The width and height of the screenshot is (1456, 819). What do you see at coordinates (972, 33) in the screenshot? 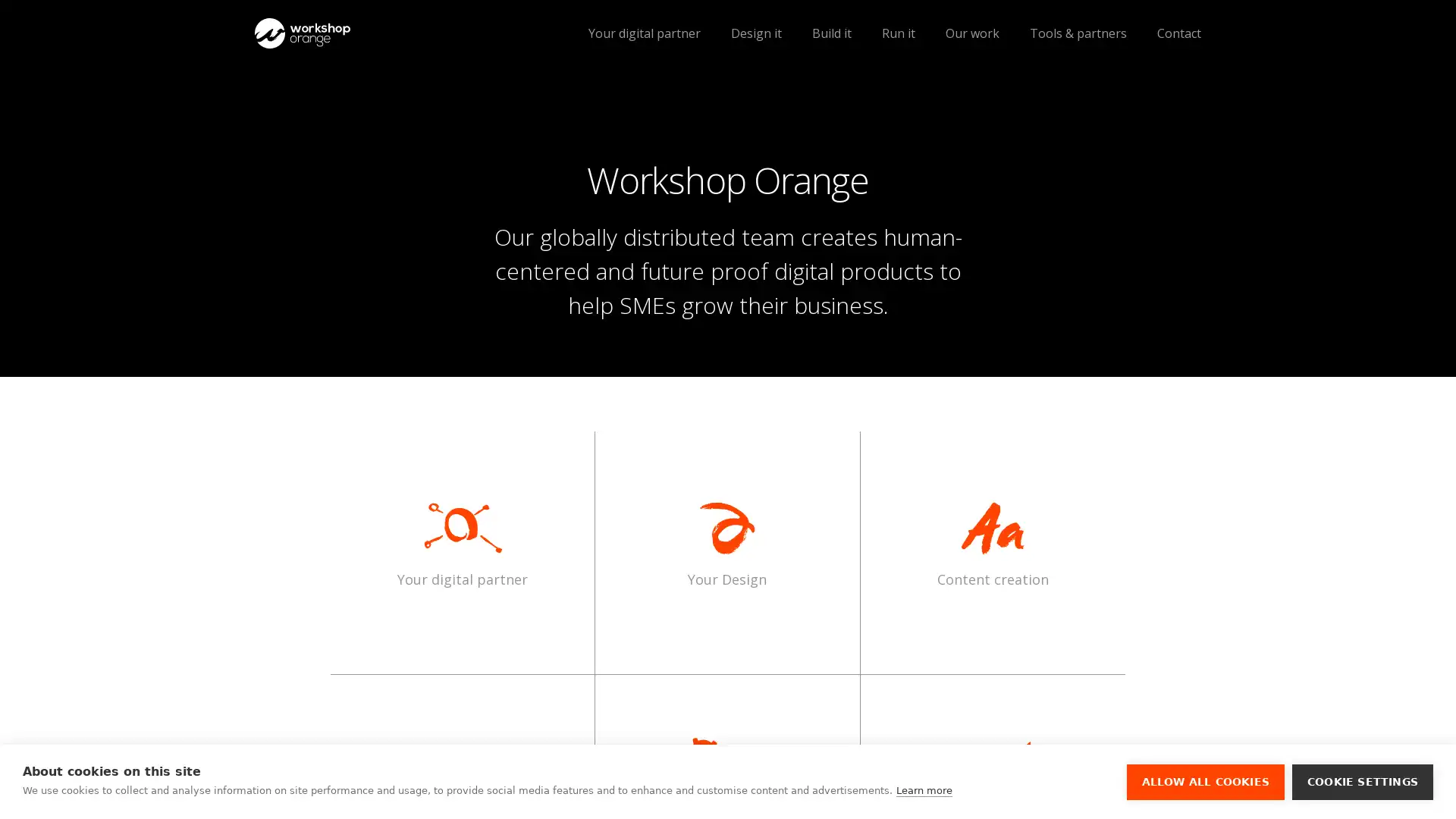
I see `Our work` at bounding box center [972, 33].